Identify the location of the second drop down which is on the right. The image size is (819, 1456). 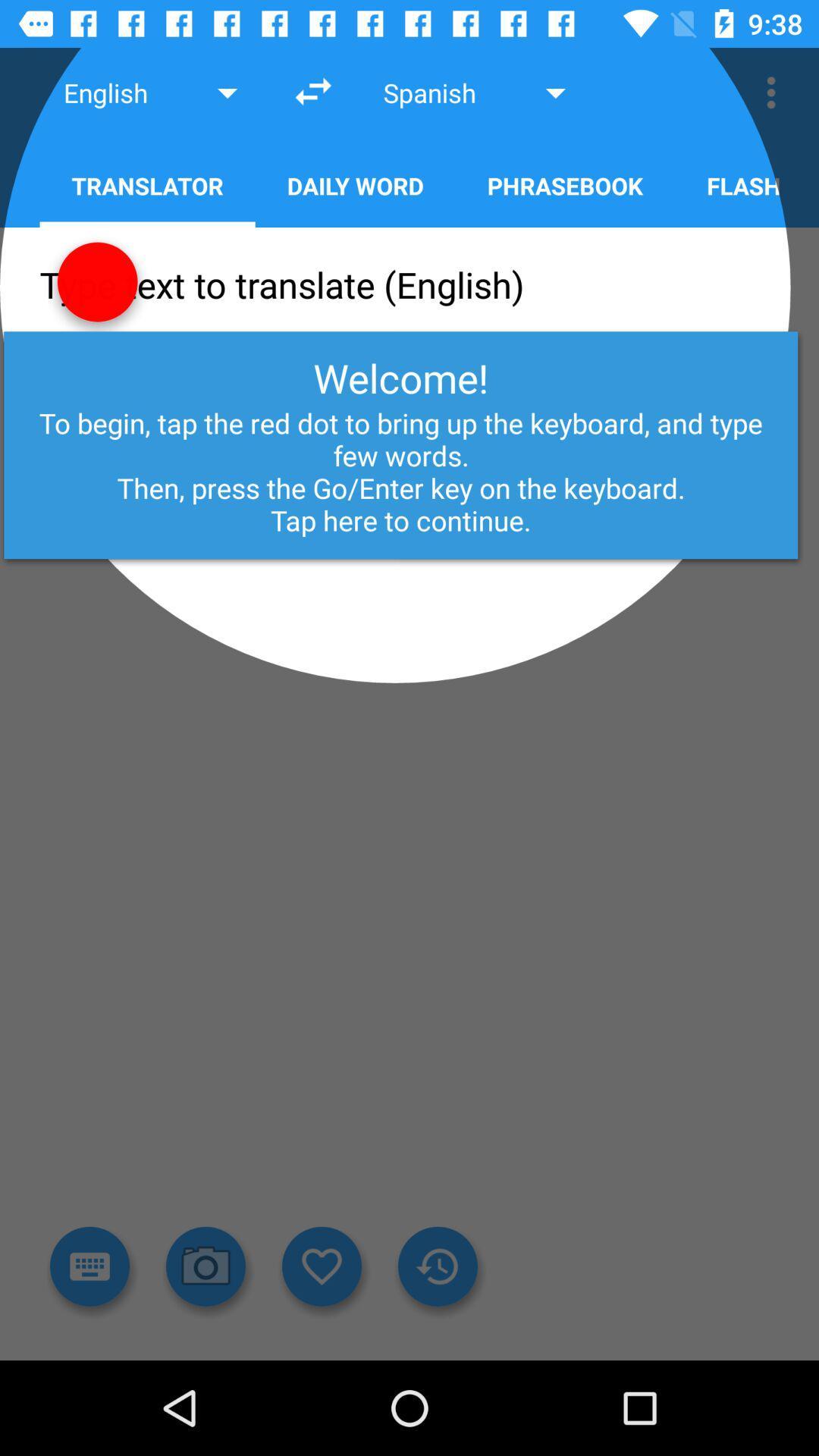
(476, 92).